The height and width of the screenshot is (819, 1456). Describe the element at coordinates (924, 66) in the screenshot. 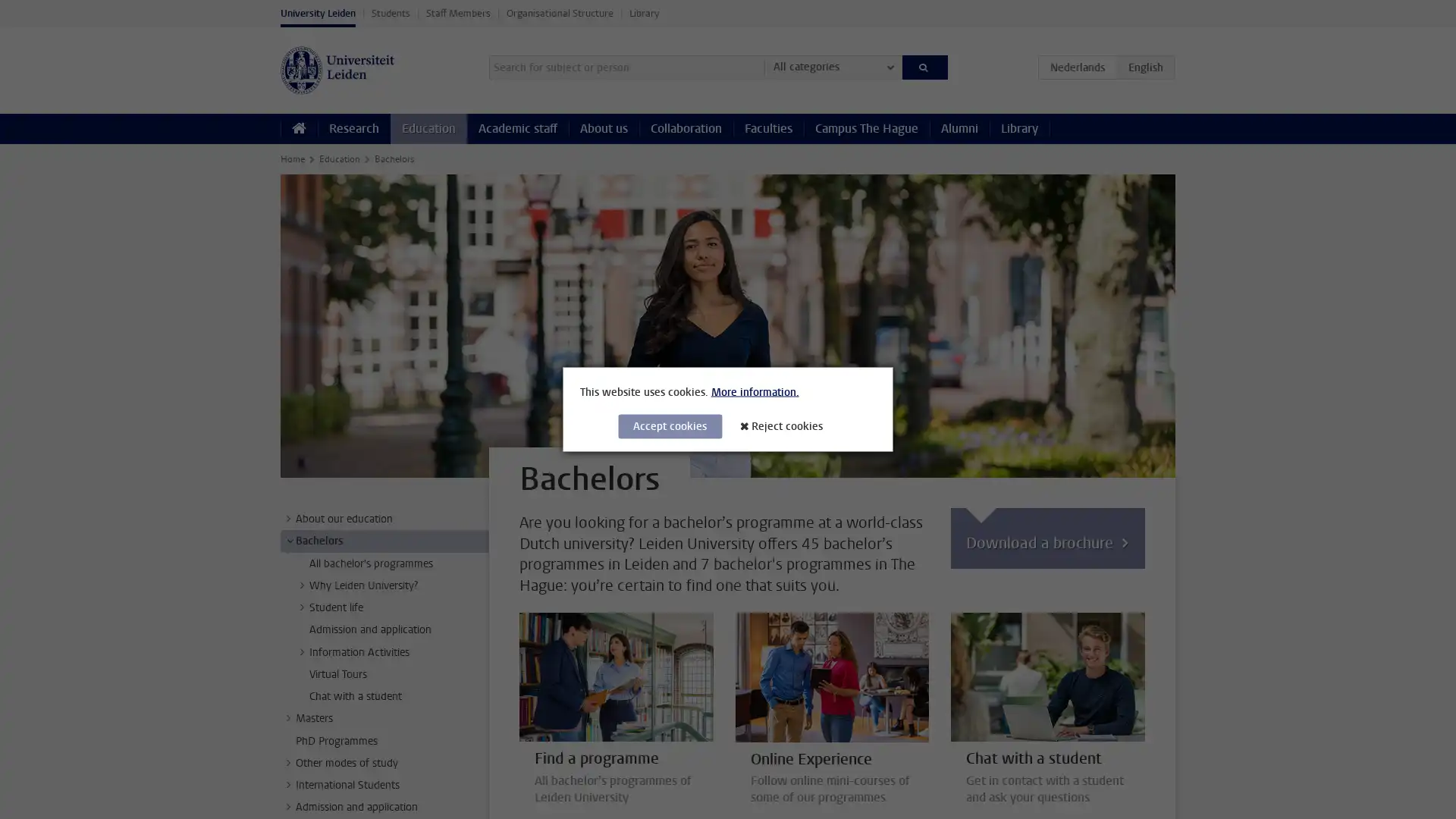

I see `Search` at that location.